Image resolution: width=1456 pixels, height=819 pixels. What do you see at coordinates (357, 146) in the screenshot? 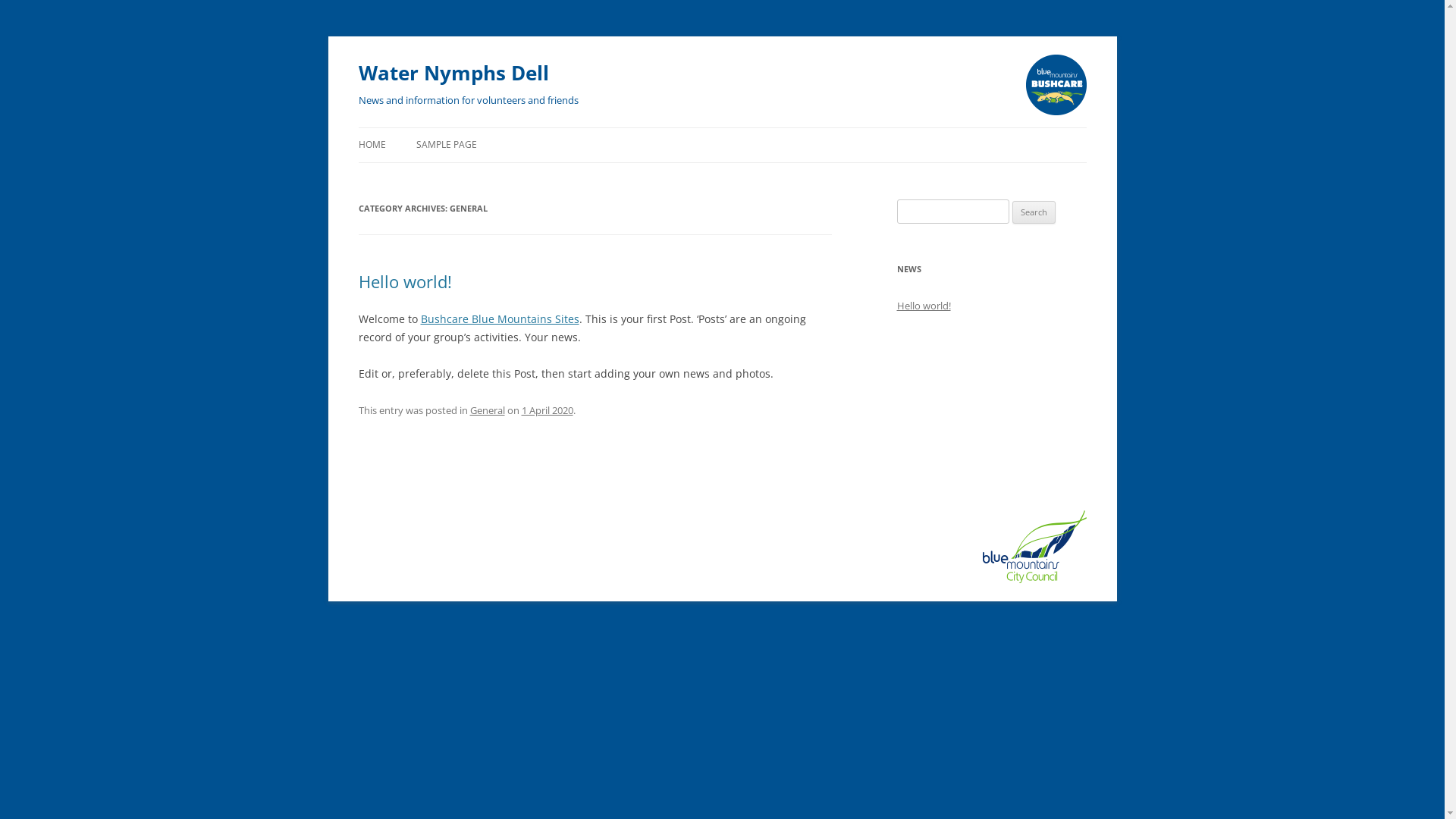
I see `'Skip to content'` at bounding box center [357, 146].